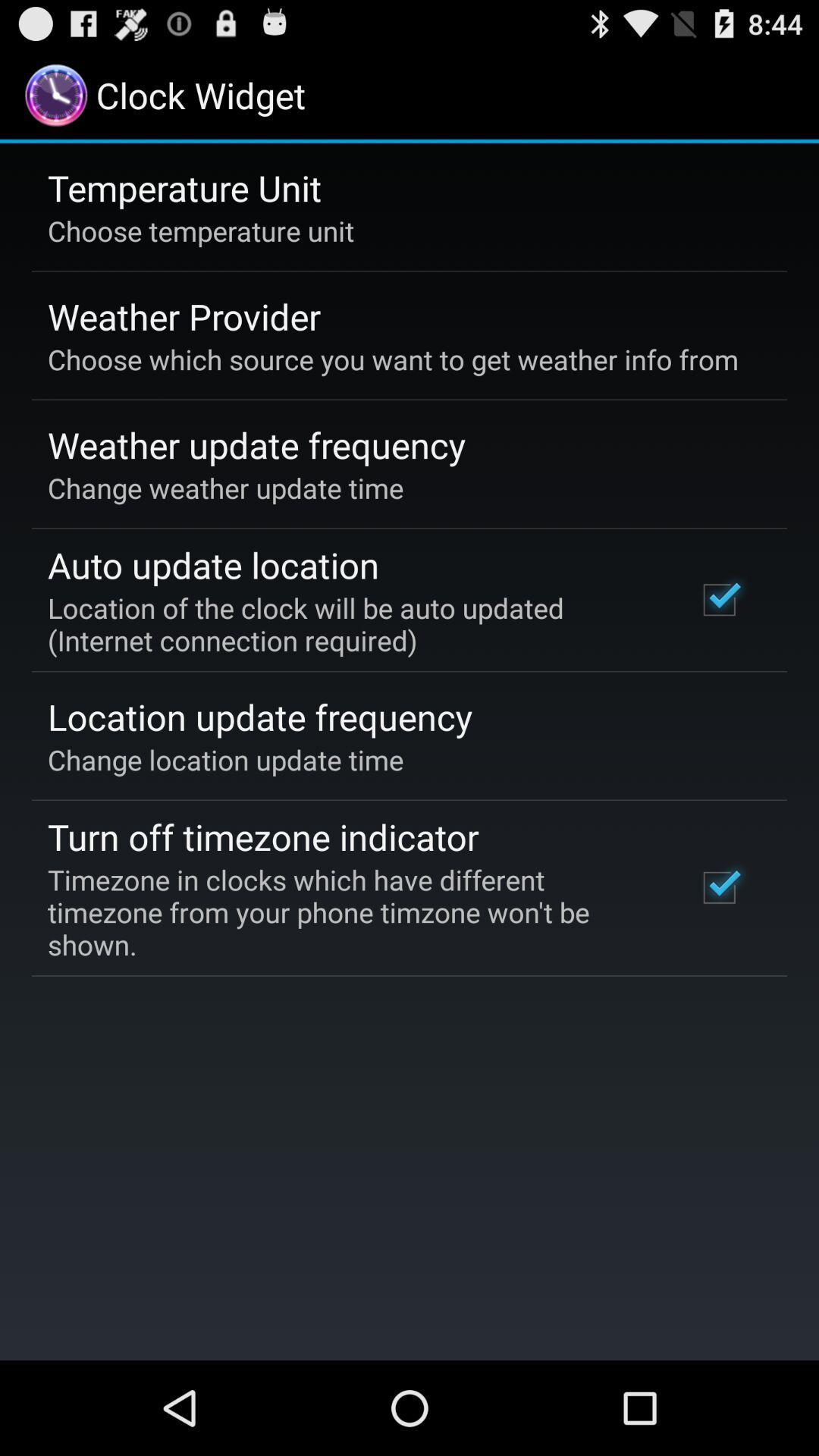 This screenshot has height=1456, width=819. Describe the element at coordinates (392, 359) in the screenshot. I see `choose which source item` at that location.